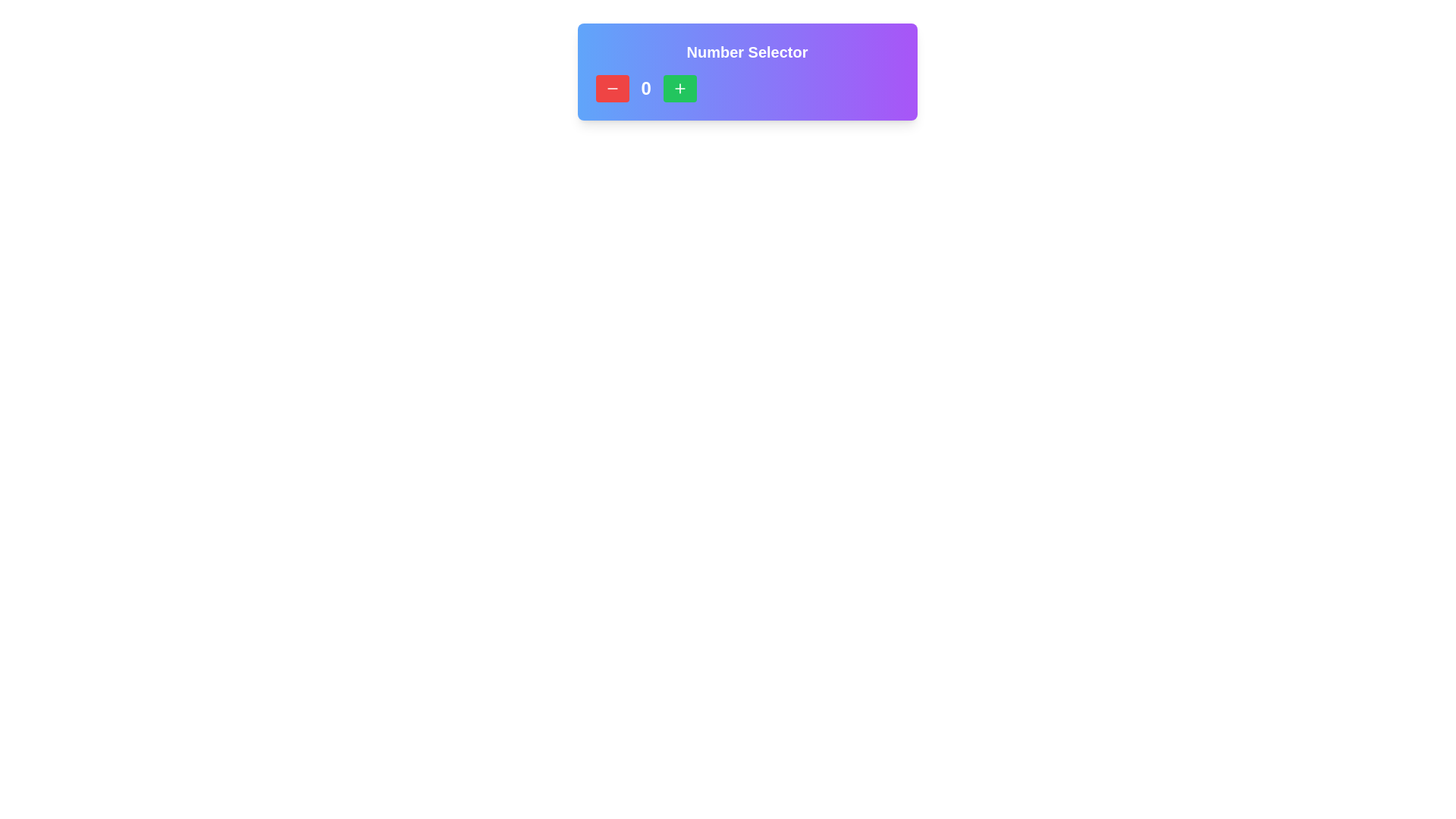  I want to click on the red minus icon located at the leftmost side of the Number Selector component to decrement the value, so click(612, 88).